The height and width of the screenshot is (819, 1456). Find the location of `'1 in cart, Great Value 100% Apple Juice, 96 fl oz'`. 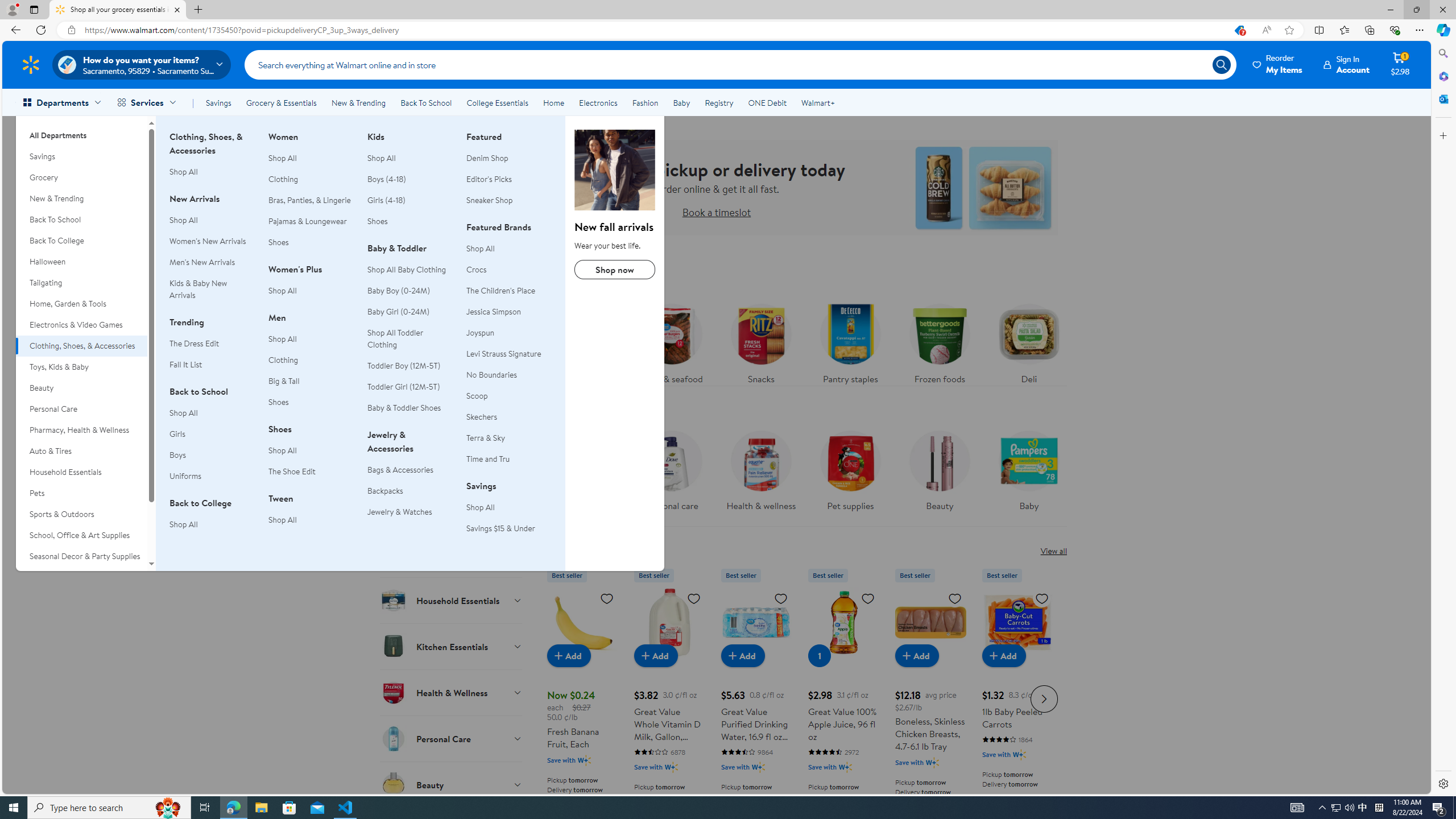

'1 in cart, Great Value 100% Apple Juice, 96 fl oz' is located at coordinates (819, 655).